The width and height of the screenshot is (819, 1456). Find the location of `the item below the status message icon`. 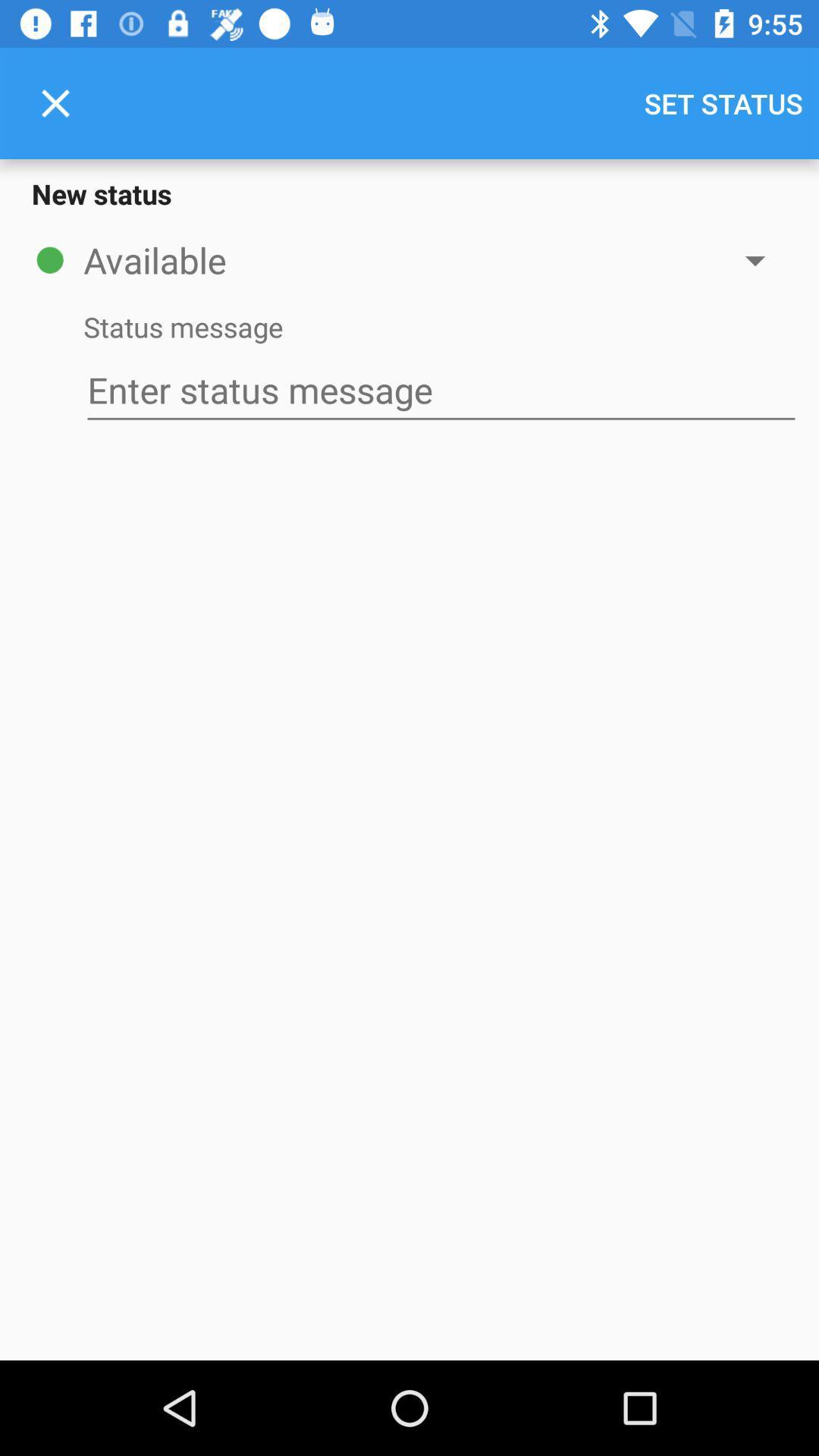

the item below the status message icon is located at coordinates (441, 391).